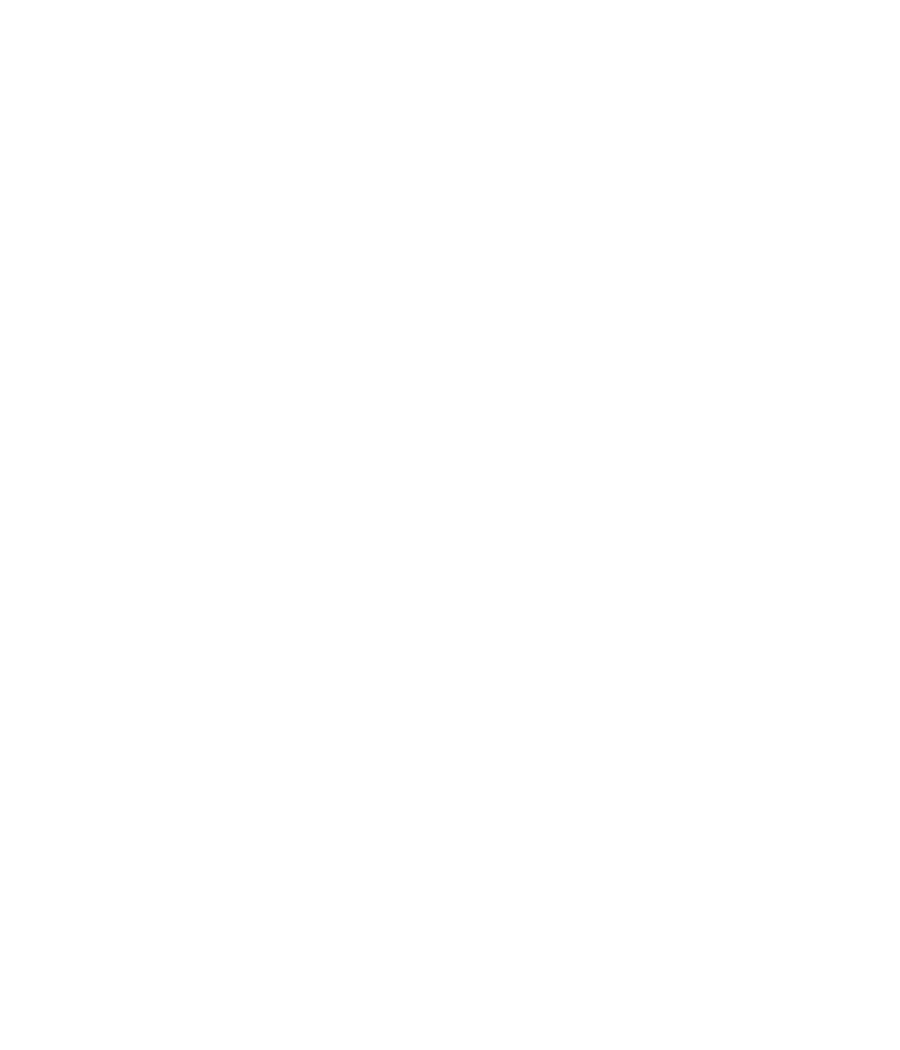 This screenshot has height=1050, width=900. Describe the element at coordinates (99, 203) in the screenshot. I see `'Media Vision USA'` at that location.